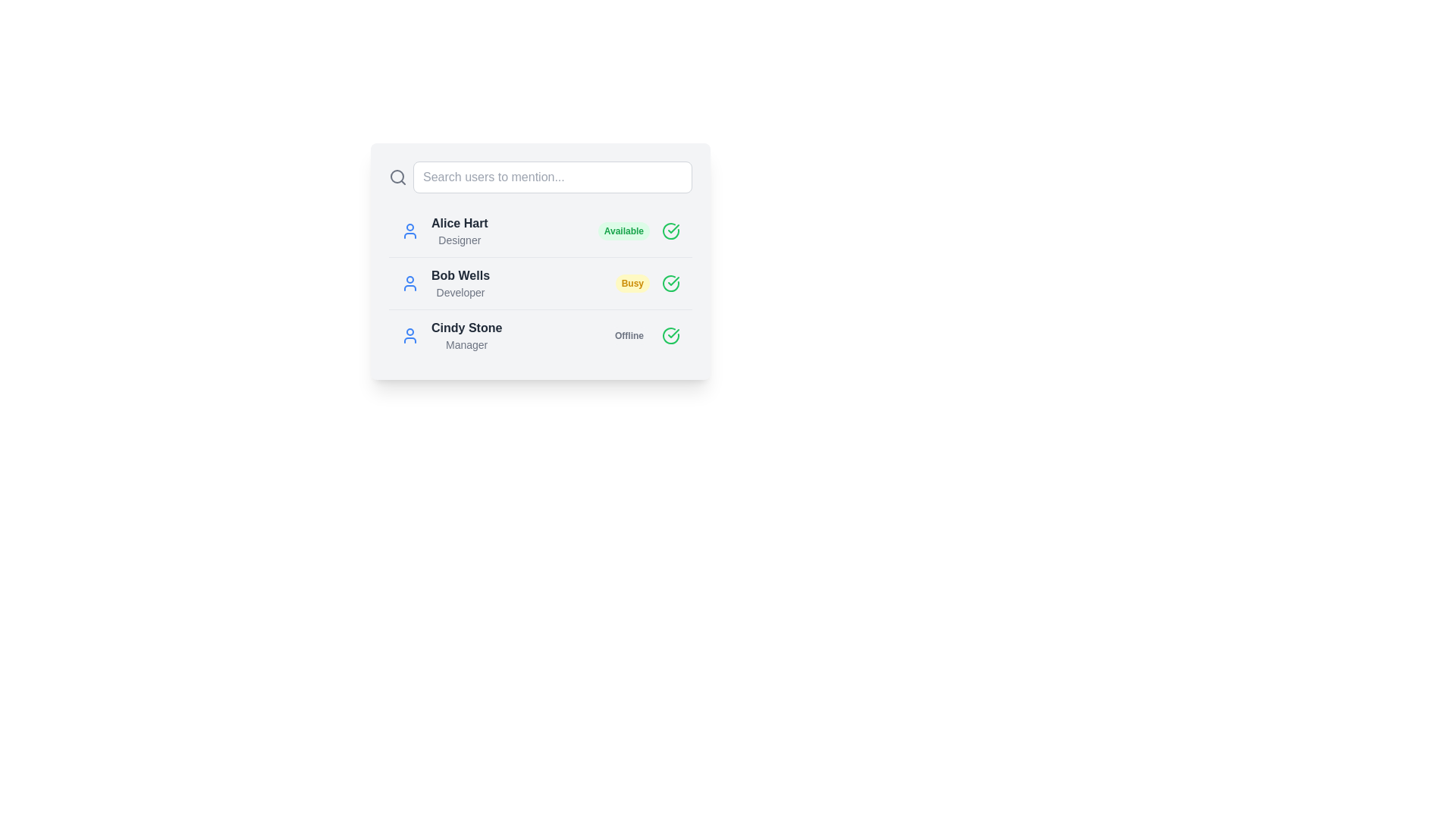  I want to click on the Text label that describes the individual named 'Bob Wells', which is positioned in the third row of a vertical list beneath the bold text 'Bob Wells', so click(460, 292).